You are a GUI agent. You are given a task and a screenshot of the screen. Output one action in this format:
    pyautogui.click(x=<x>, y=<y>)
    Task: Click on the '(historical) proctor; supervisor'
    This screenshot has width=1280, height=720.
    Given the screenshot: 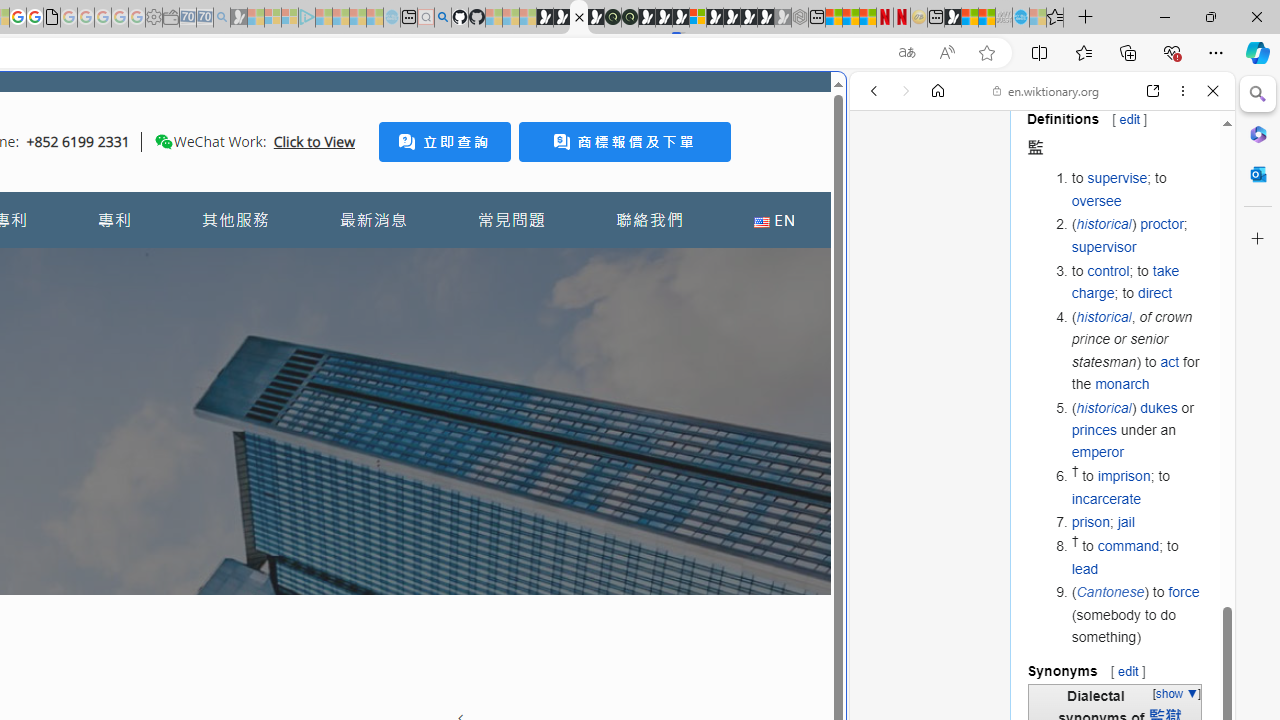 What is the action you would take?
    pyautogui.click(x=1137, y=235)
    